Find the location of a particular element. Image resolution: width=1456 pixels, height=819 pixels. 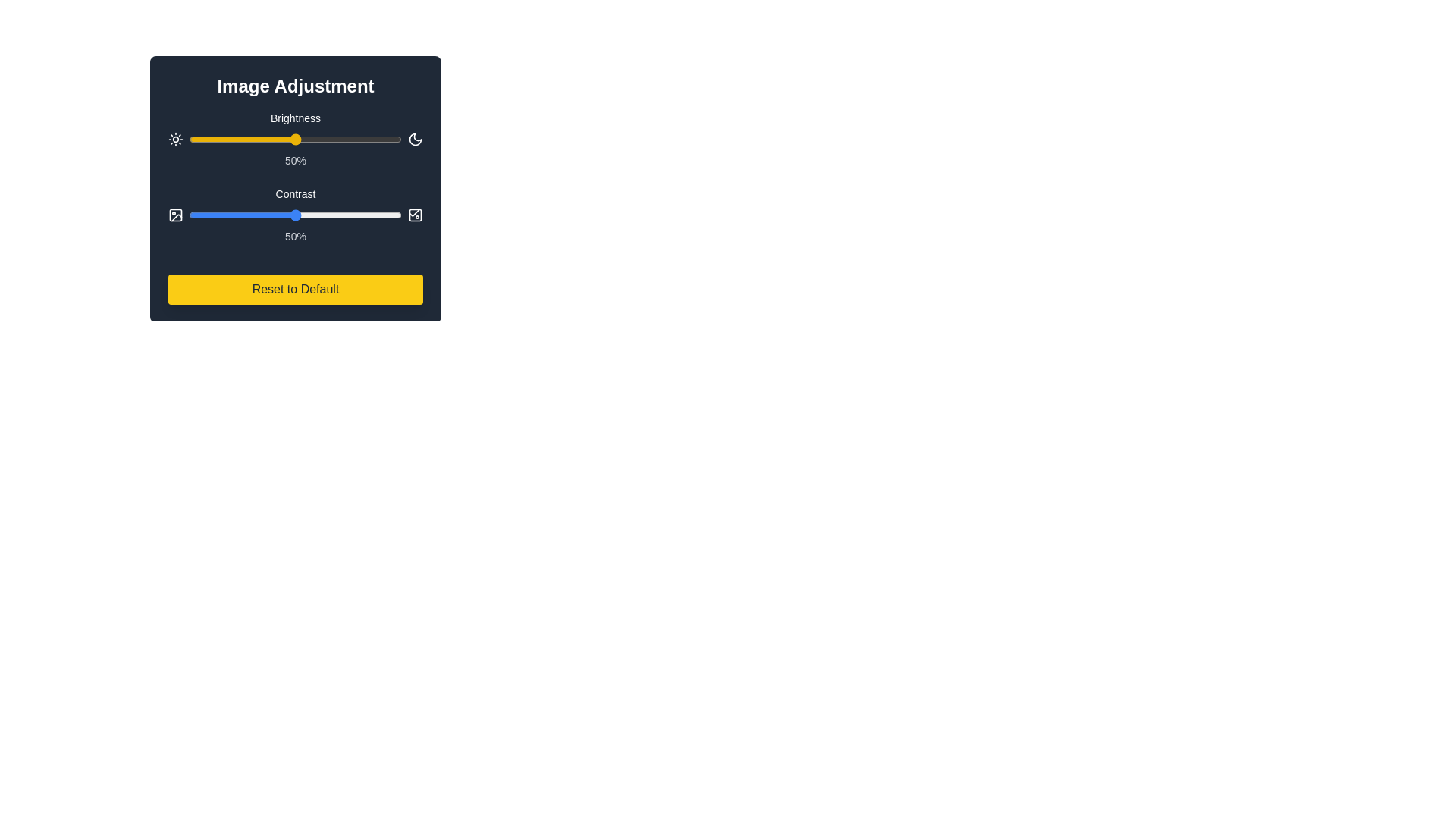

contrast is located at coordinates (389, 215).